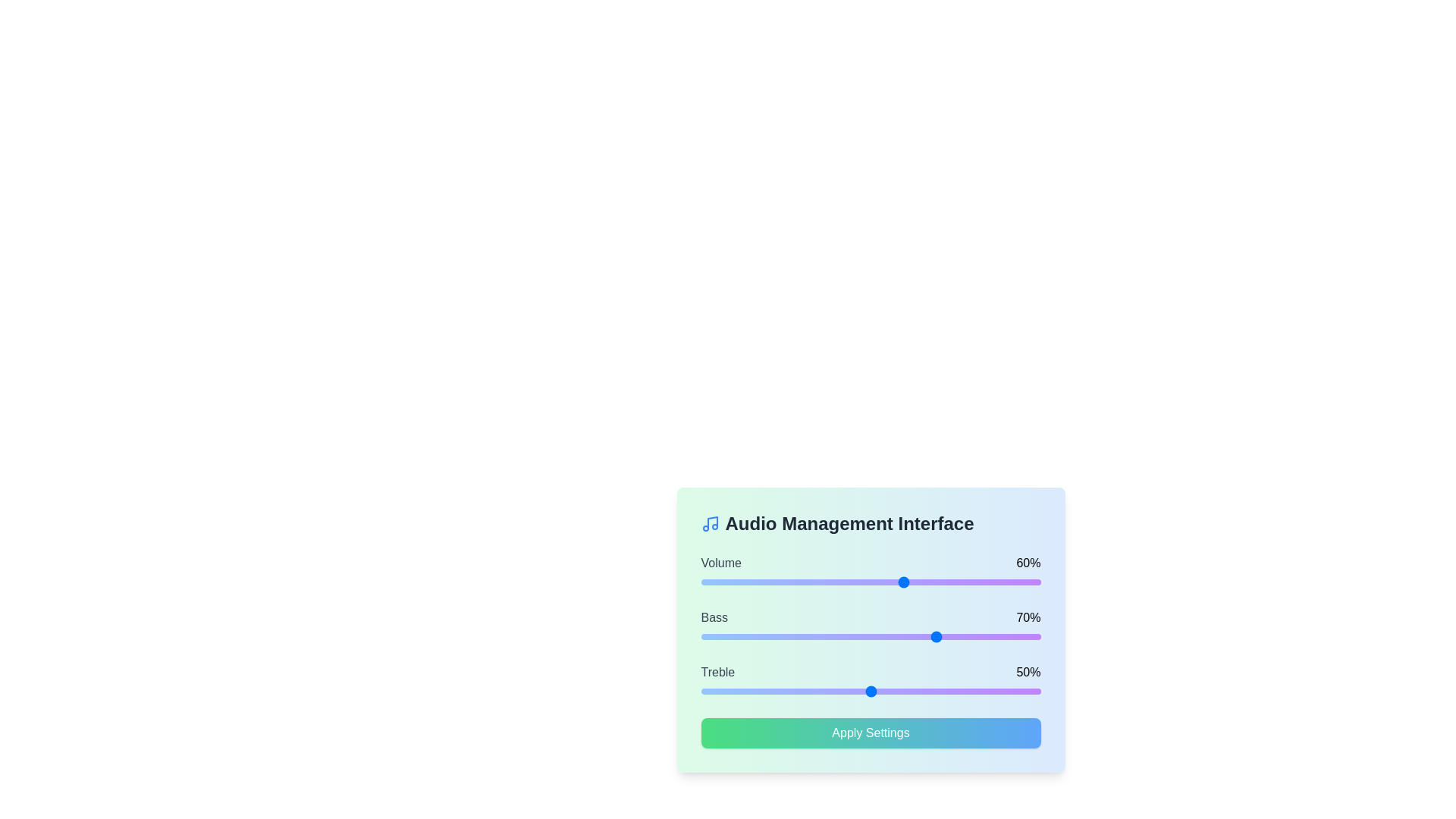  I want to click on the treble level, so click(752, 691).